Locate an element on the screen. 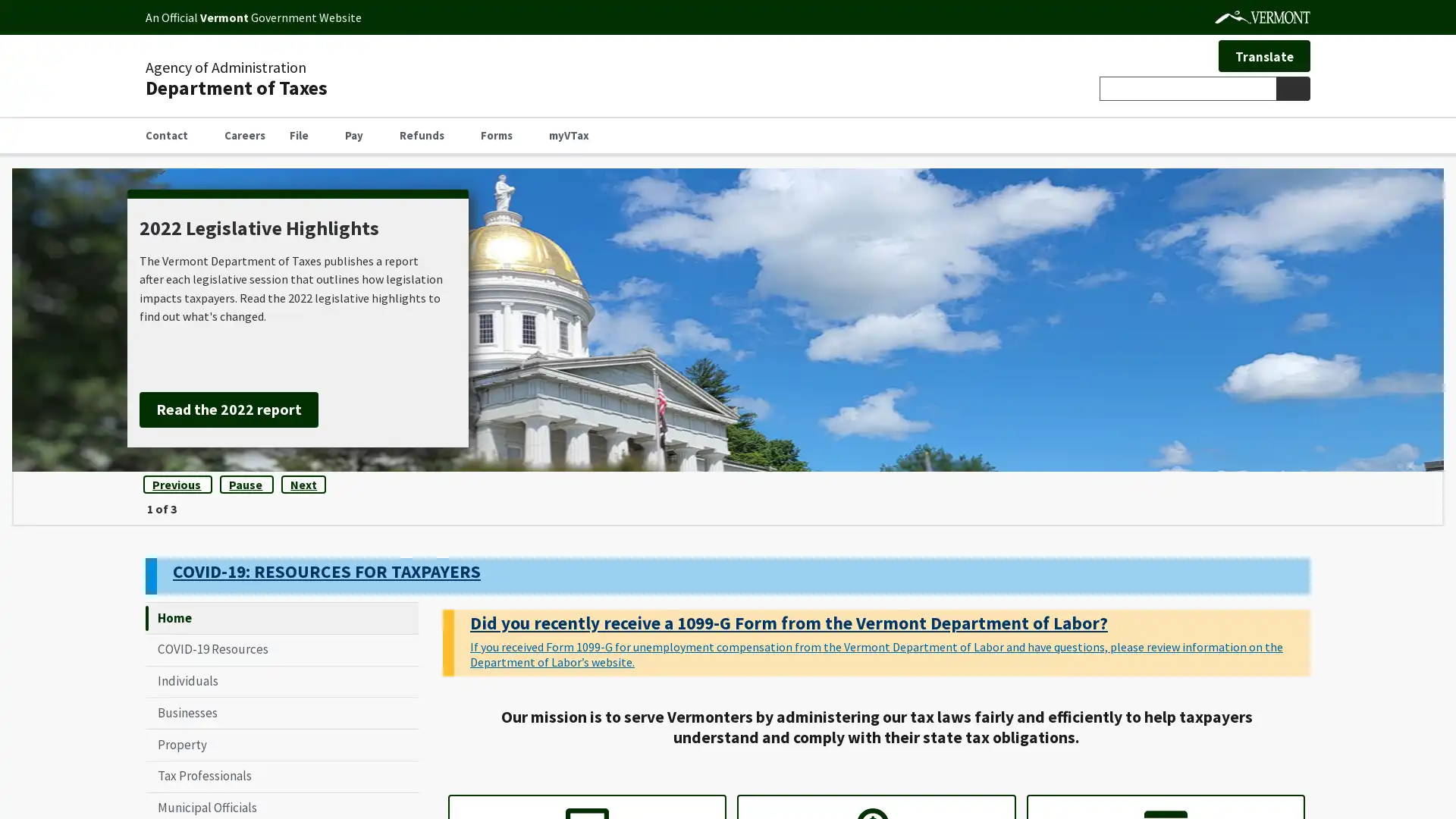 The width and height of the screenshot is (1456, 819). File is located at coordinates (304, 133).